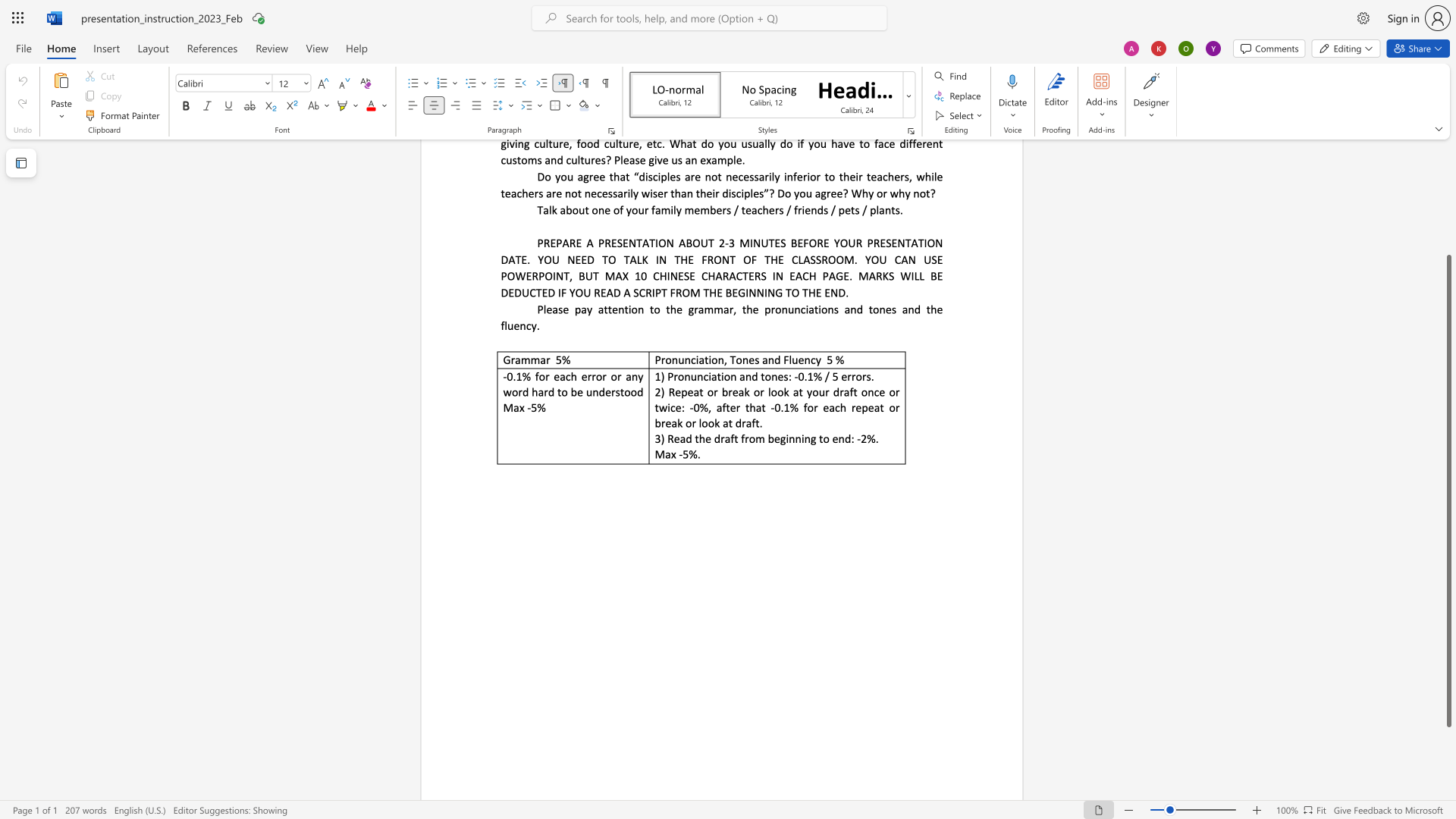 This screenshot has width=1456, height=819. Describe the element at coordinates (1448, 189) in the screenshot. I see `the scrollbar to scroll upward` at that location.